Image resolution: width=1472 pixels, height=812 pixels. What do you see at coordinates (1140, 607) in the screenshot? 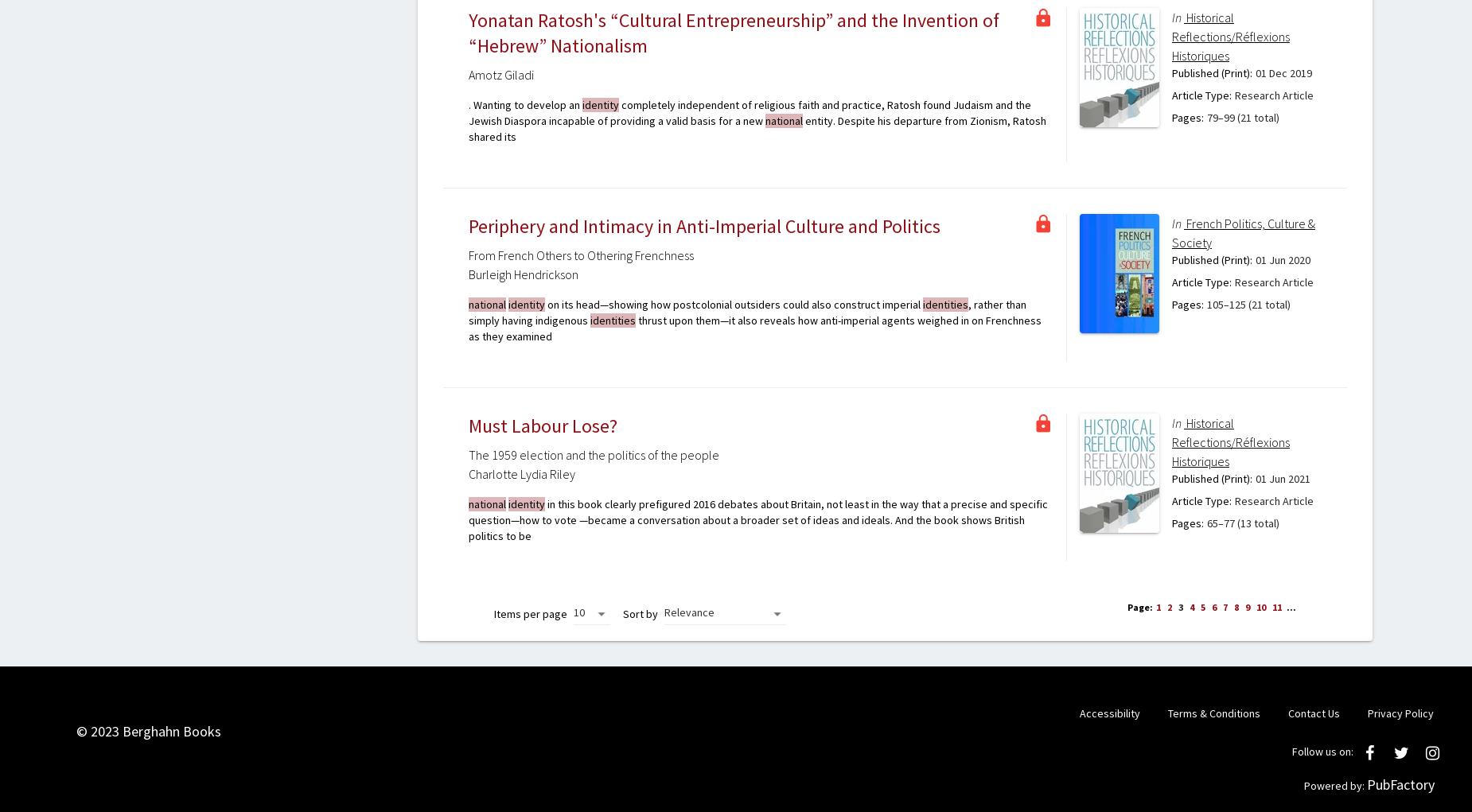
I see `'Page:'` at bounding box center [1140, 607].